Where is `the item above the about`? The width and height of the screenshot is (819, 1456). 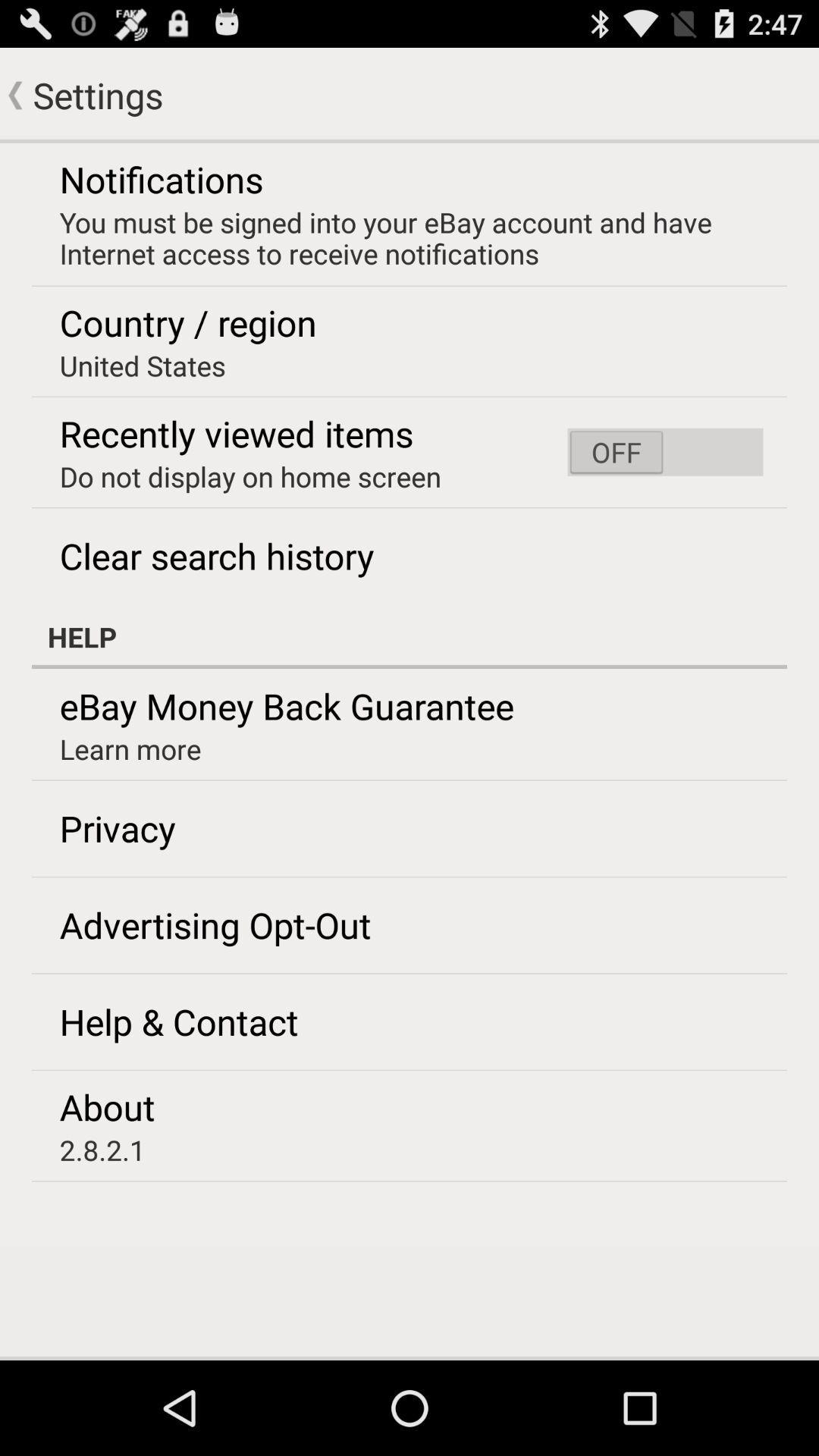 the item above the about is located at coordinates (178, 1021).